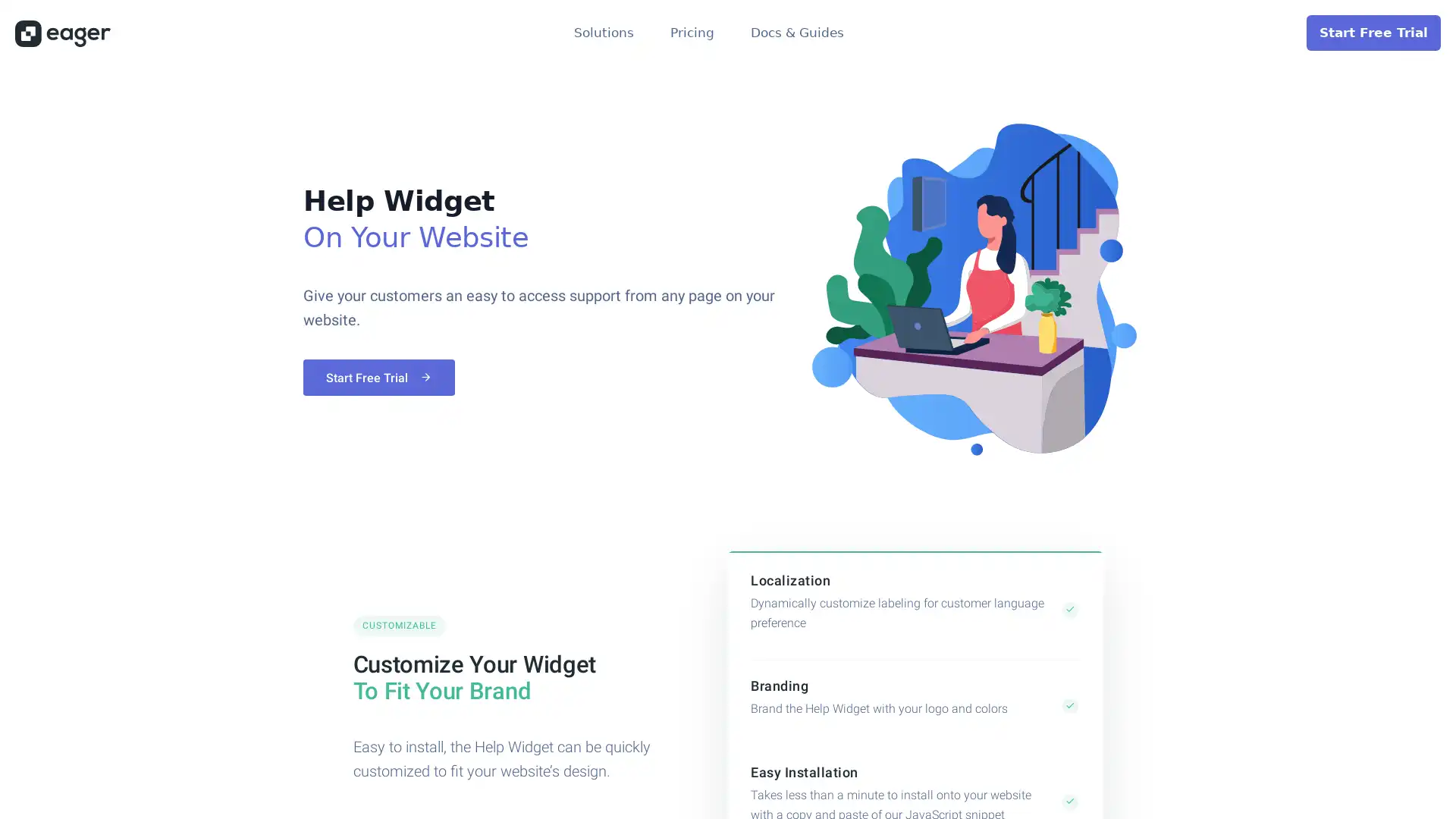  I want to click on Start Free Trial, so click(378, 376).